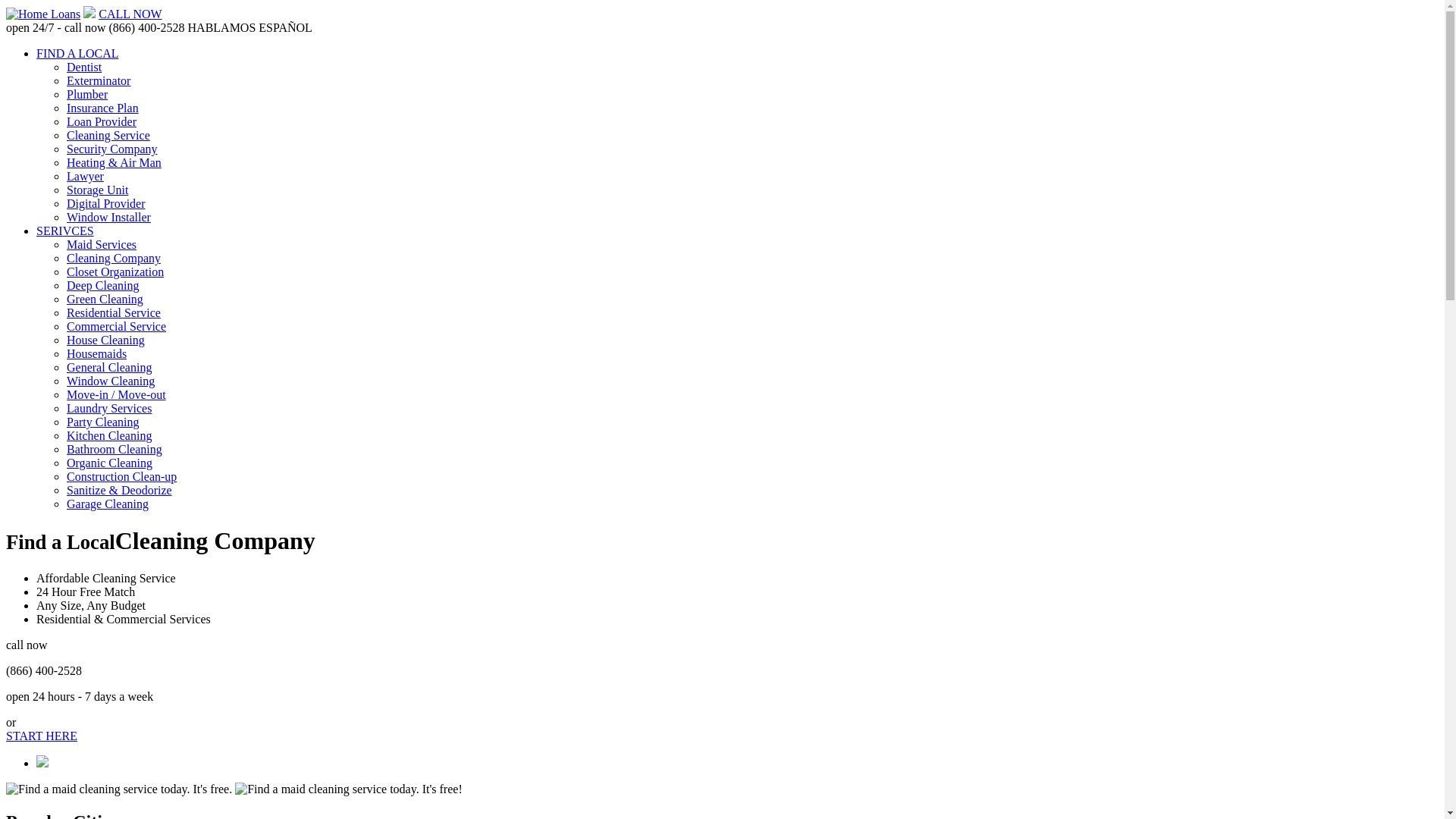  Describe the element at coordinates (104, 299) in the screenshot. I see `'Green Cleaning'` at that location.